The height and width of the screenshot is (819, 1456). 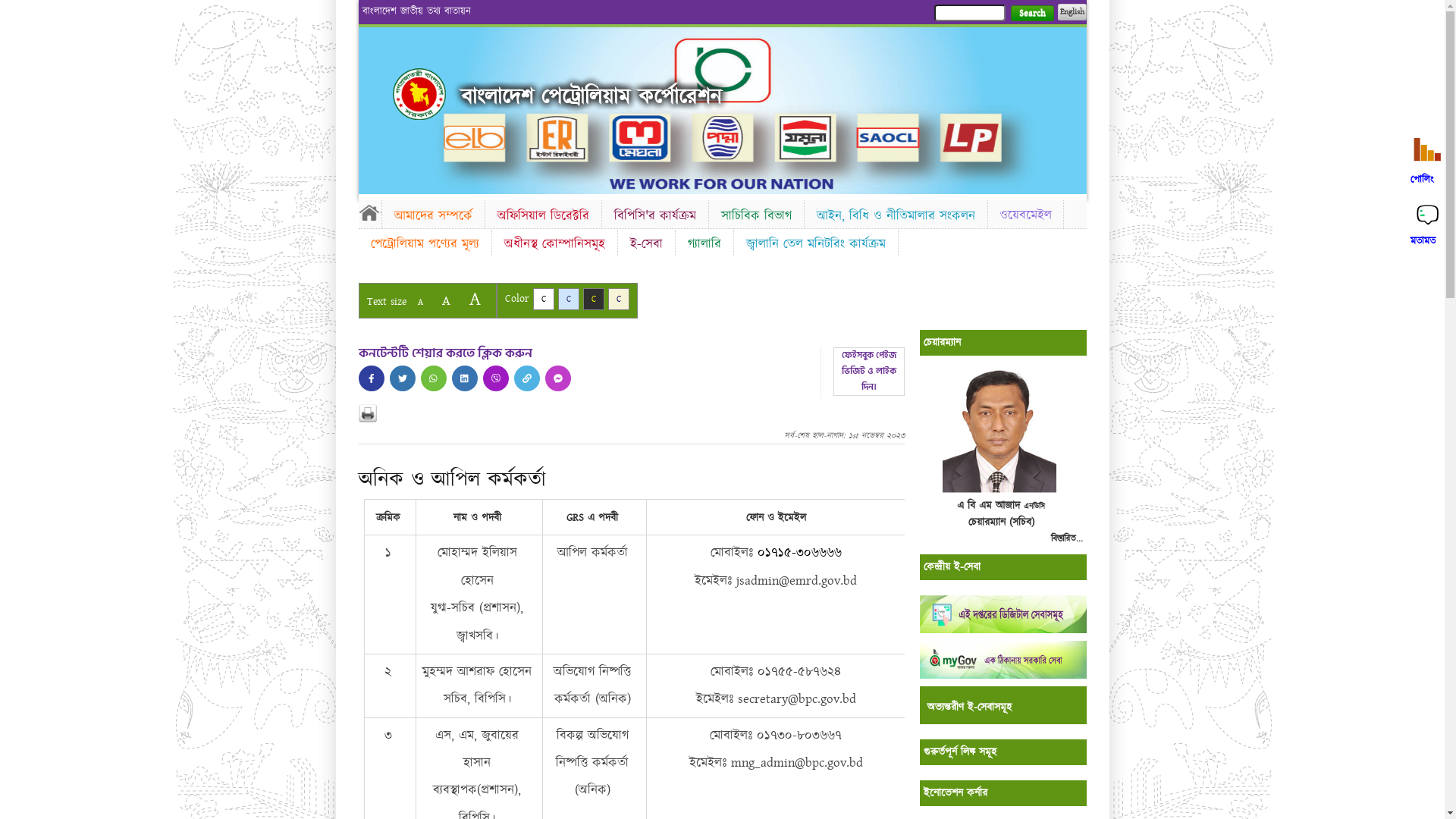 What do you see at coordinates (592, 299) in the screenshot?
I see `'C'` at bounding box center [592, 299].